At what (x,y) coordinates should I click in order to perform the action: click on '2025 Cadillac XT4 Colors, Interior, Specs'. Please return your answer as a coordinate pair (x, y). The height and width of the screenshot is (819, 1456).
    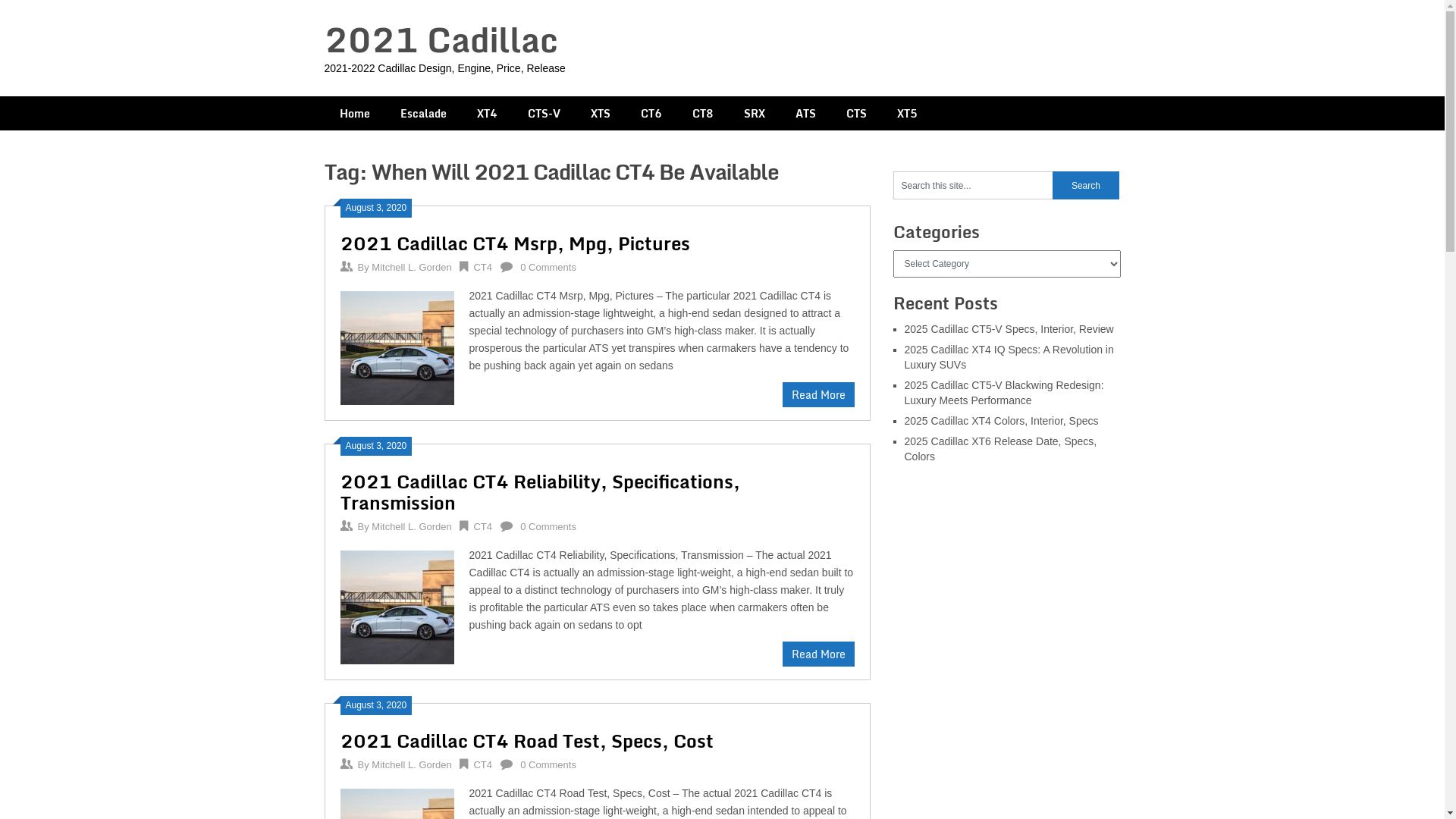
    Looking at the image, I should click on (1001, 421).